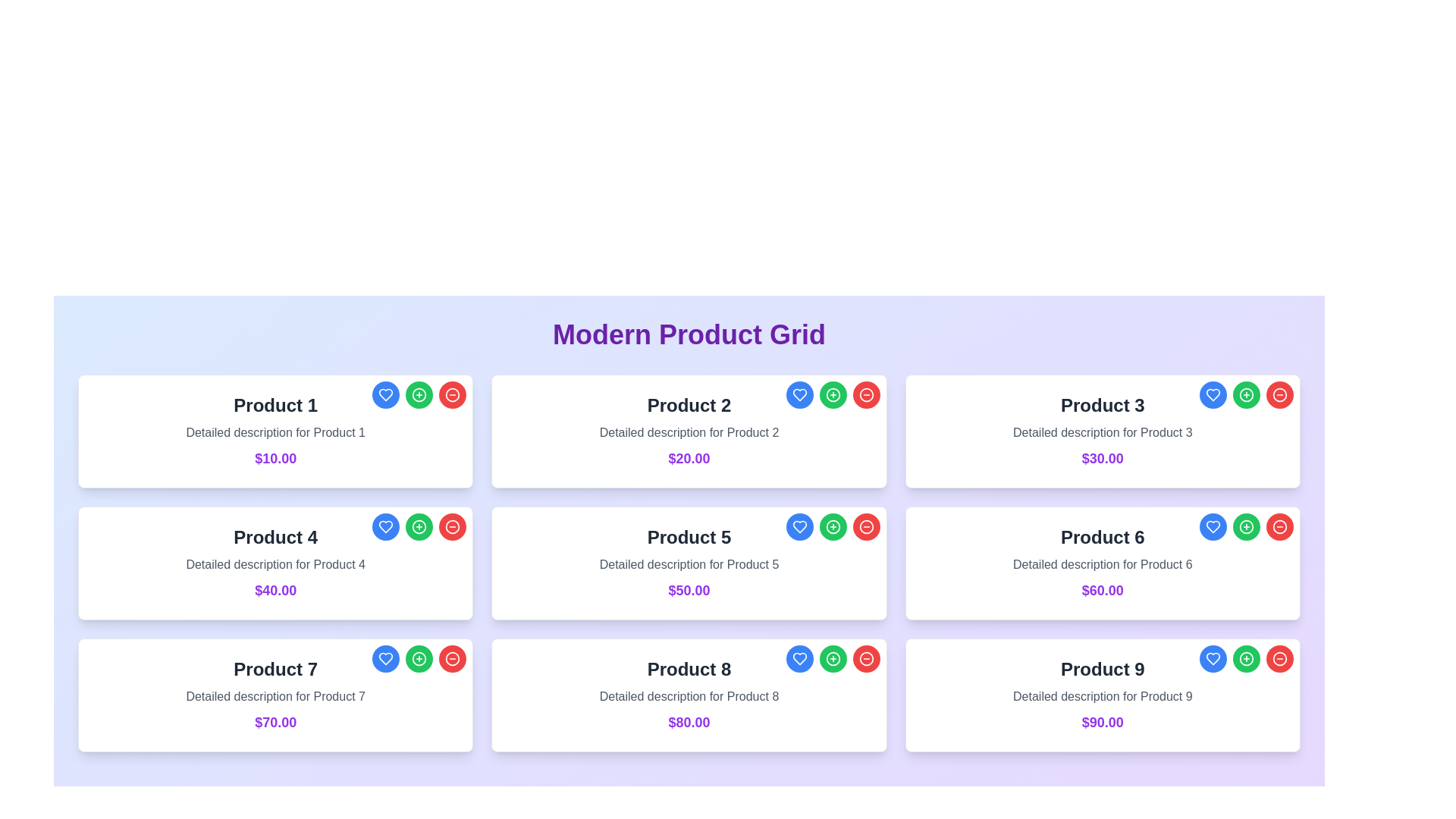 This screenshot has width=1456, height=819. Describe the element at coordinates (1103, 590) in the screenshot. I see `price value displayed in the text label located at the bottom of the product card for 'Product 6', which is in the second row and third column of the product grid` at that location.